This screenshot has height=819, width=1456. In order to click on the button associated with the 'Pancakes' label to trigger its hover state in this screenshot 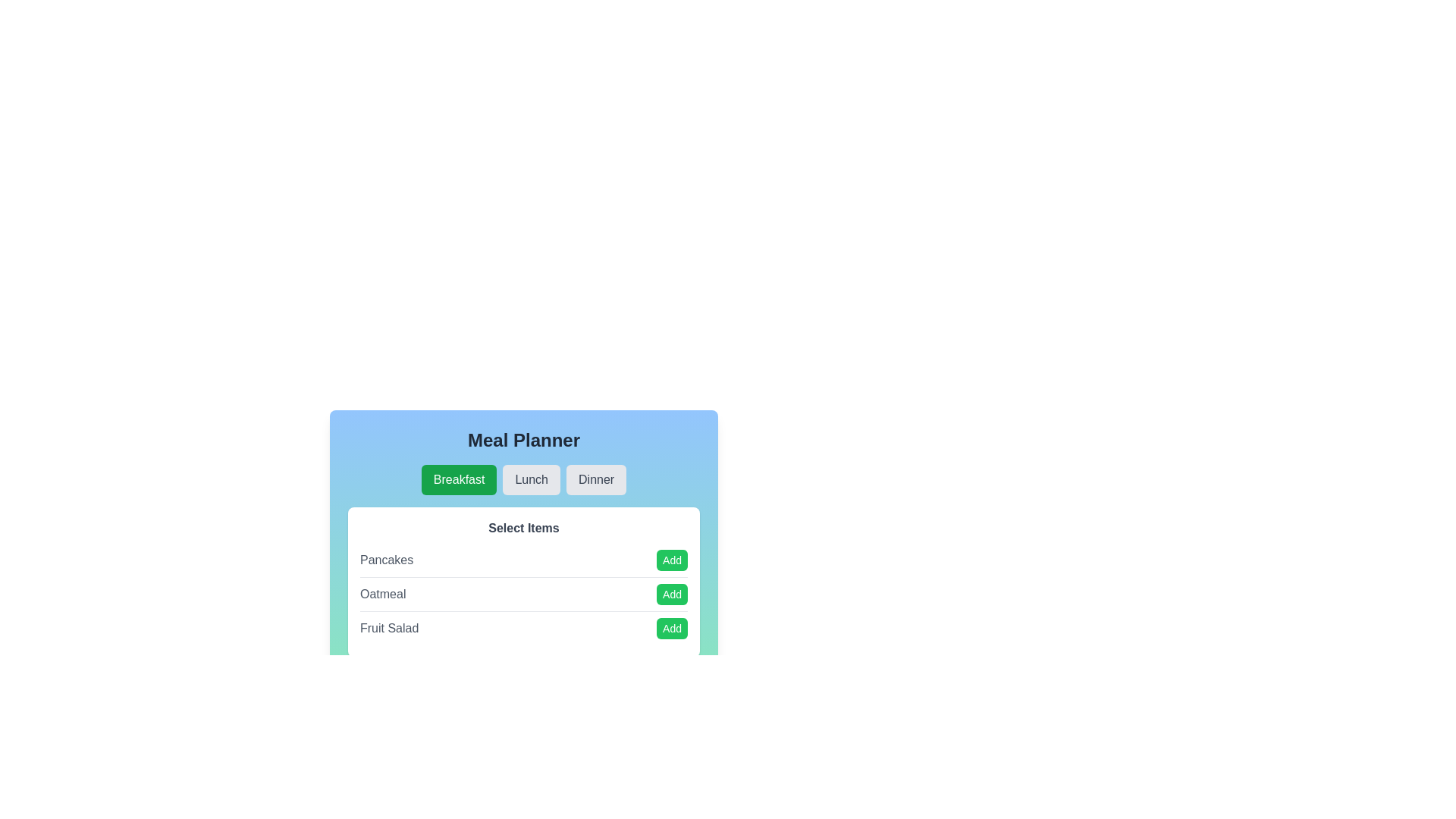, I will do `click(671, 560)`.